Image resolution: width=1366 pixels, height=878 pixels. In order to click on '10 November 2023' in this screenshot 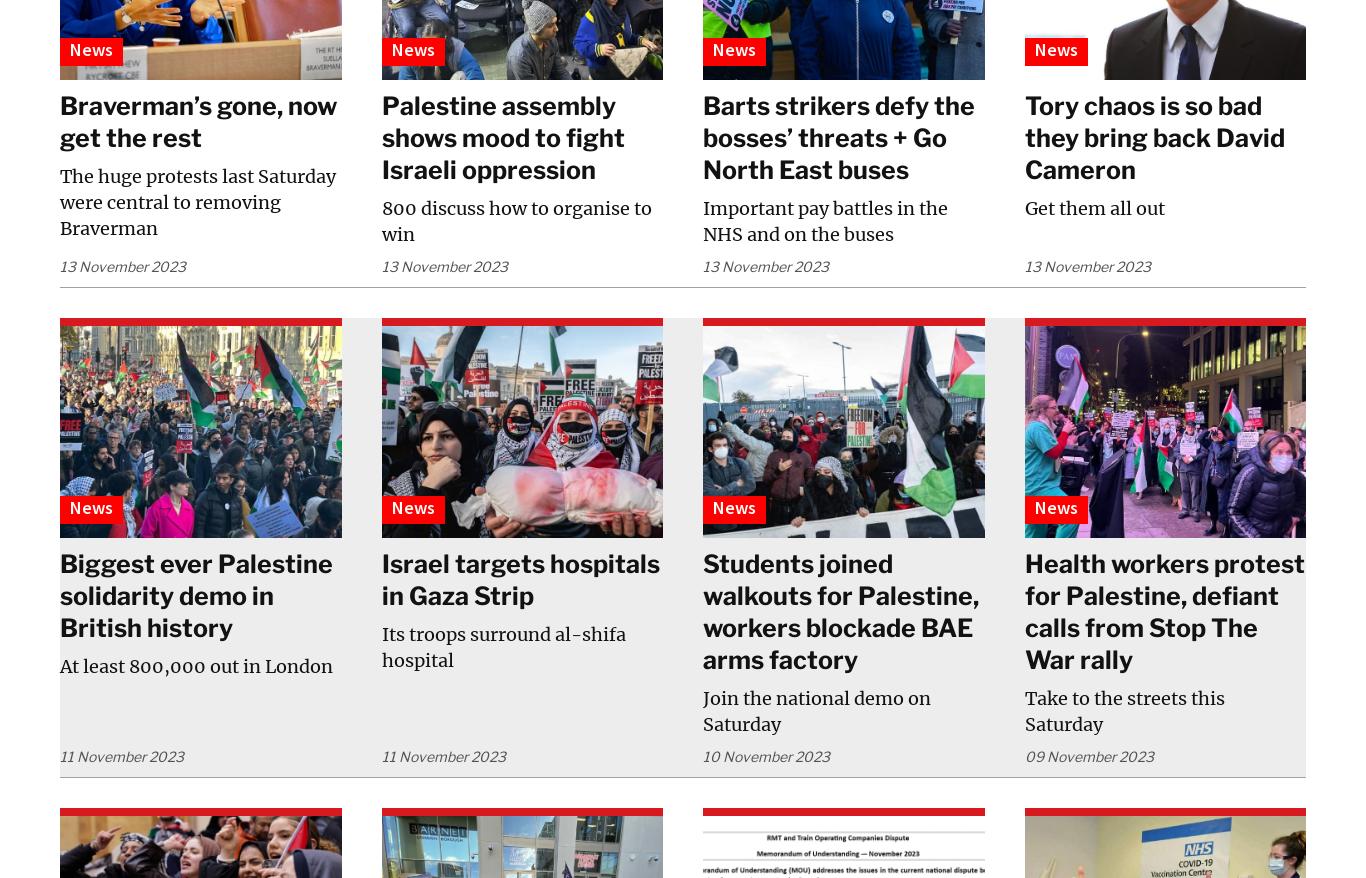, I will do `click(766, 755)`.